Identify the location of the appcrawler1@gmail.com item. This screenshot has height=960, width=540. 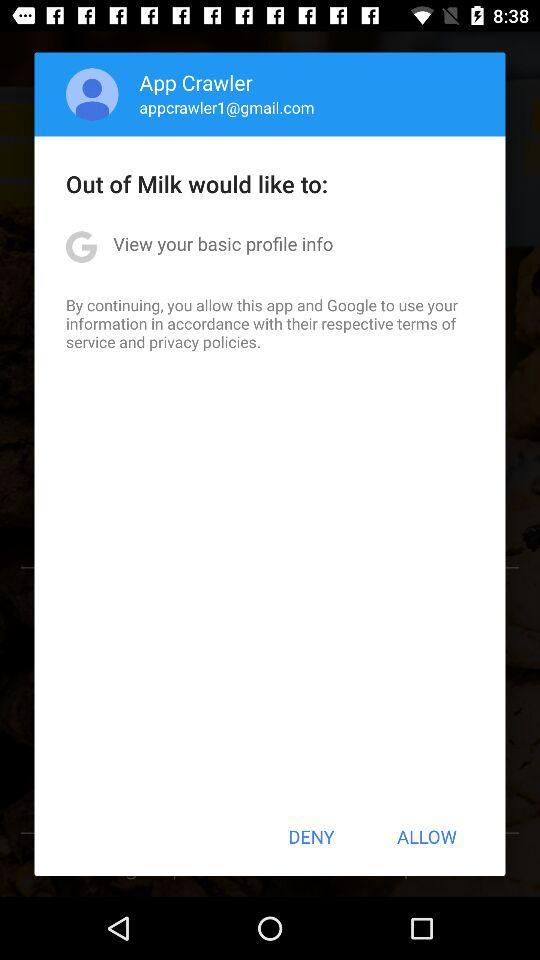
(226, 107).